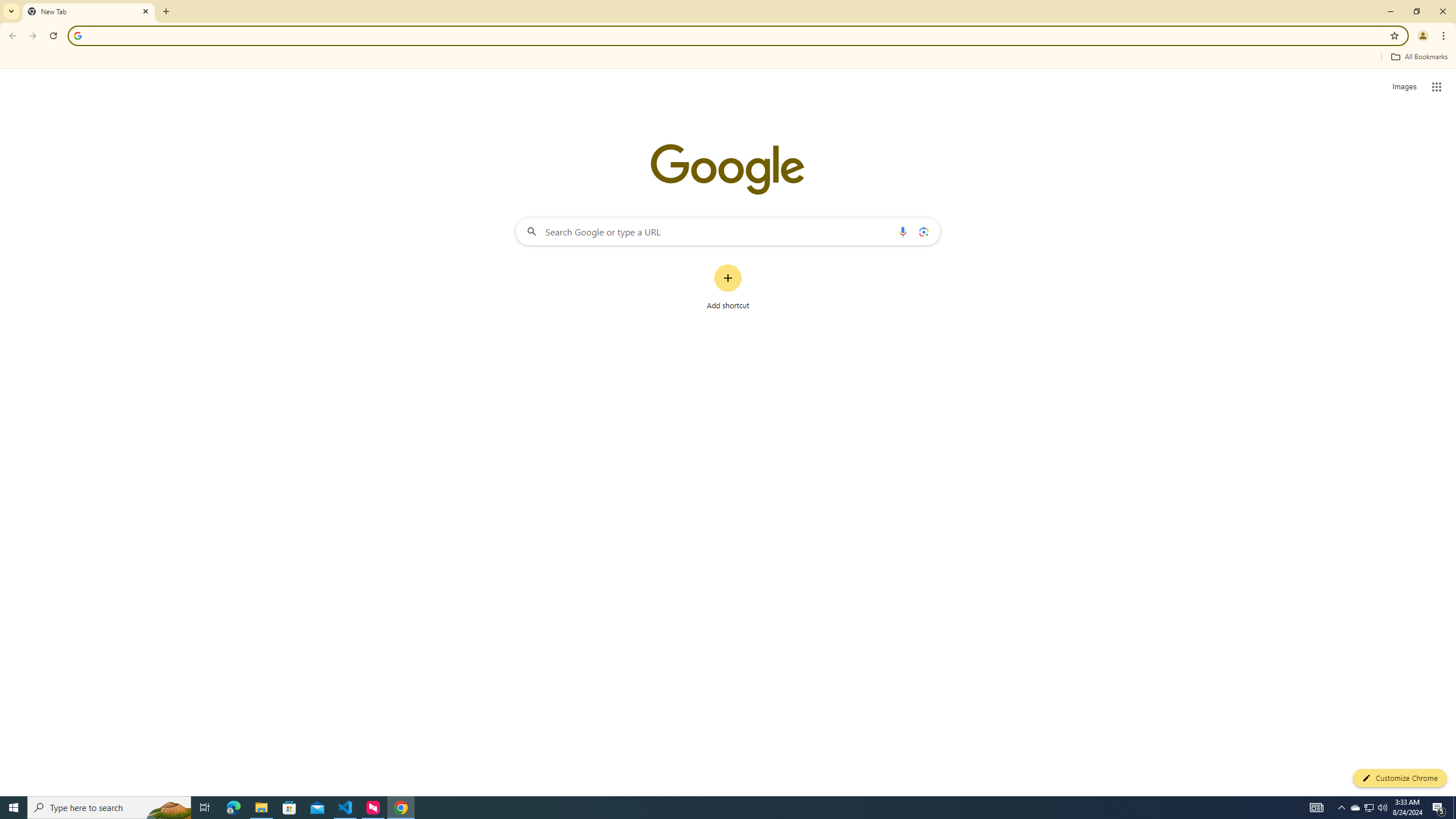 Image resolution: width=1456 pixels, height=819 pixels. I want to click on 'New Tab', so click(88, 11).